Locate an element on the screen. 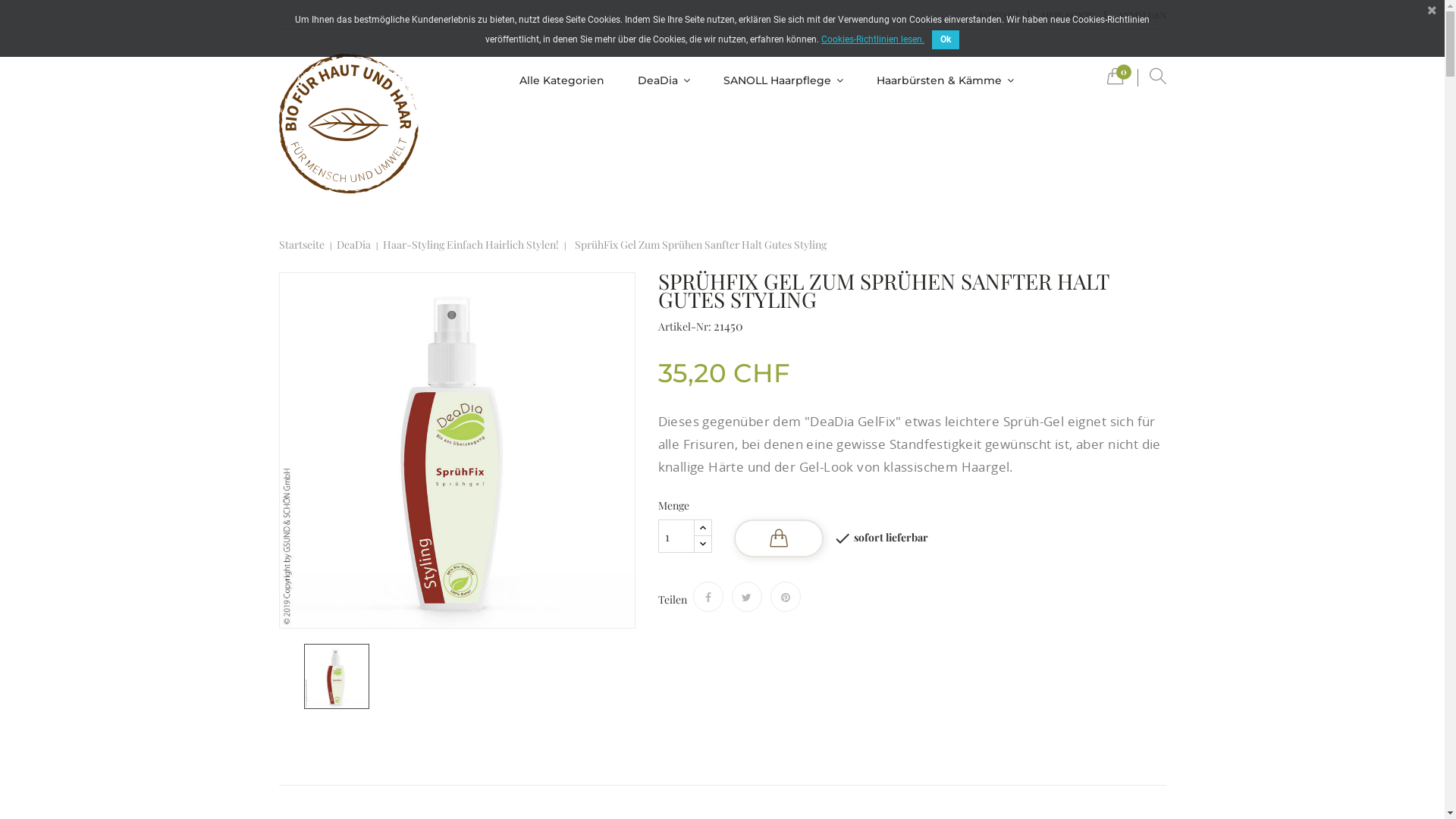  'ANMELDEN' is located at coordinates (1109, 15).